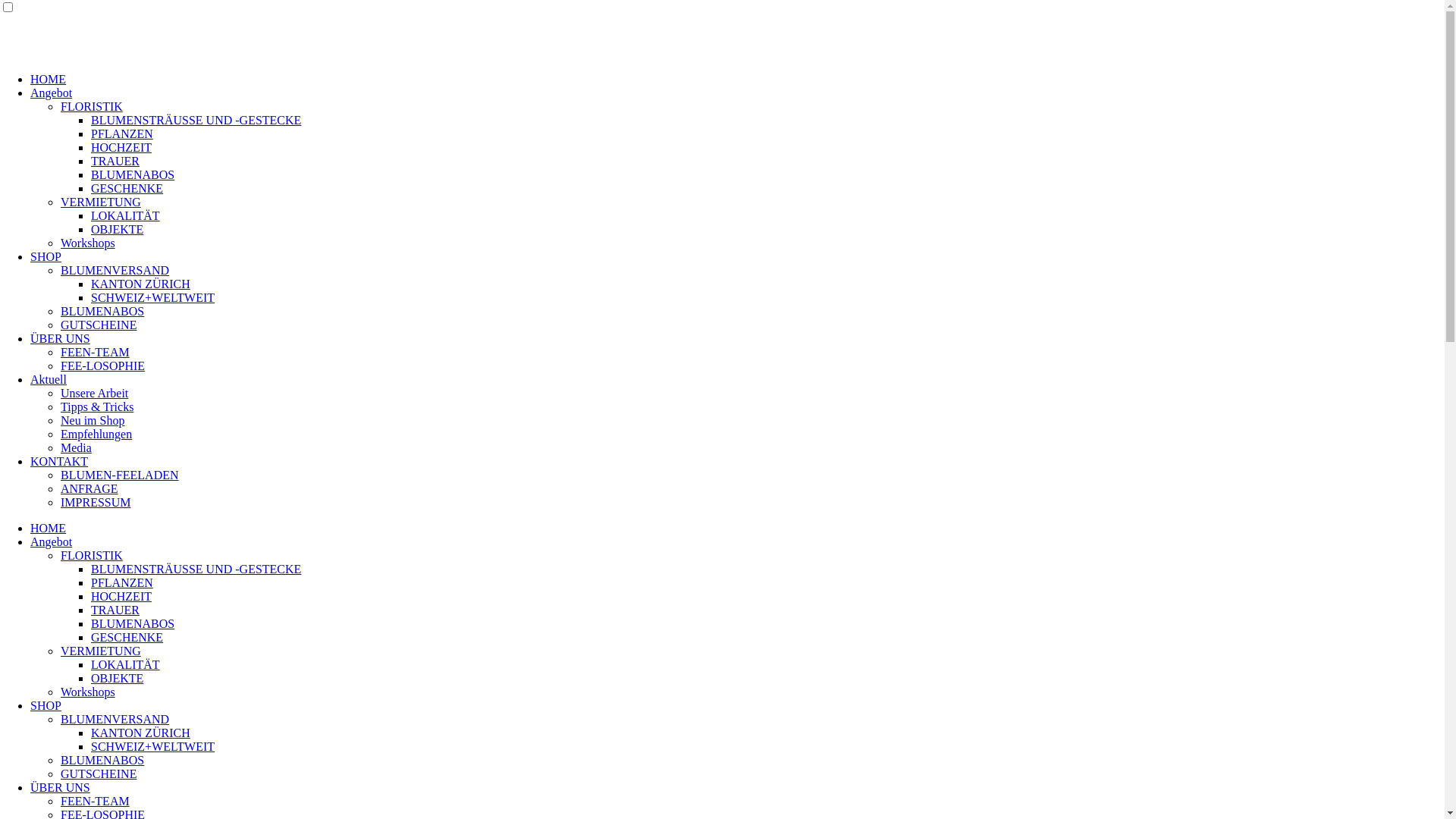 This screenshot has height=819, width=1456. Describe the element at coordinates (101, 760) in the screenshot. I see `'BLUMENABOS'` at that location.